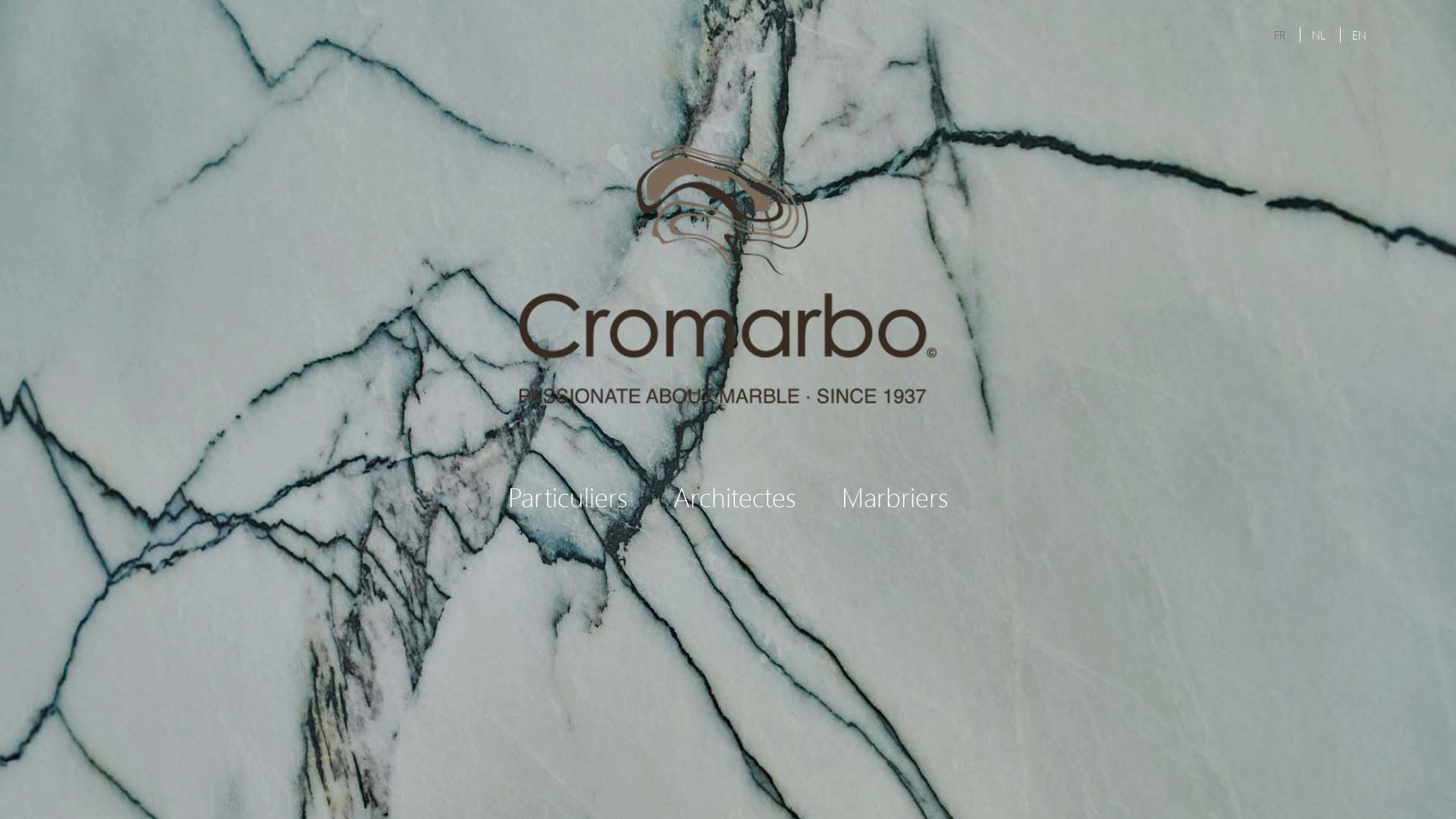 The height and width of the screenshot is (819, 1456). I want to click on 'FR', so click(1279, 34).